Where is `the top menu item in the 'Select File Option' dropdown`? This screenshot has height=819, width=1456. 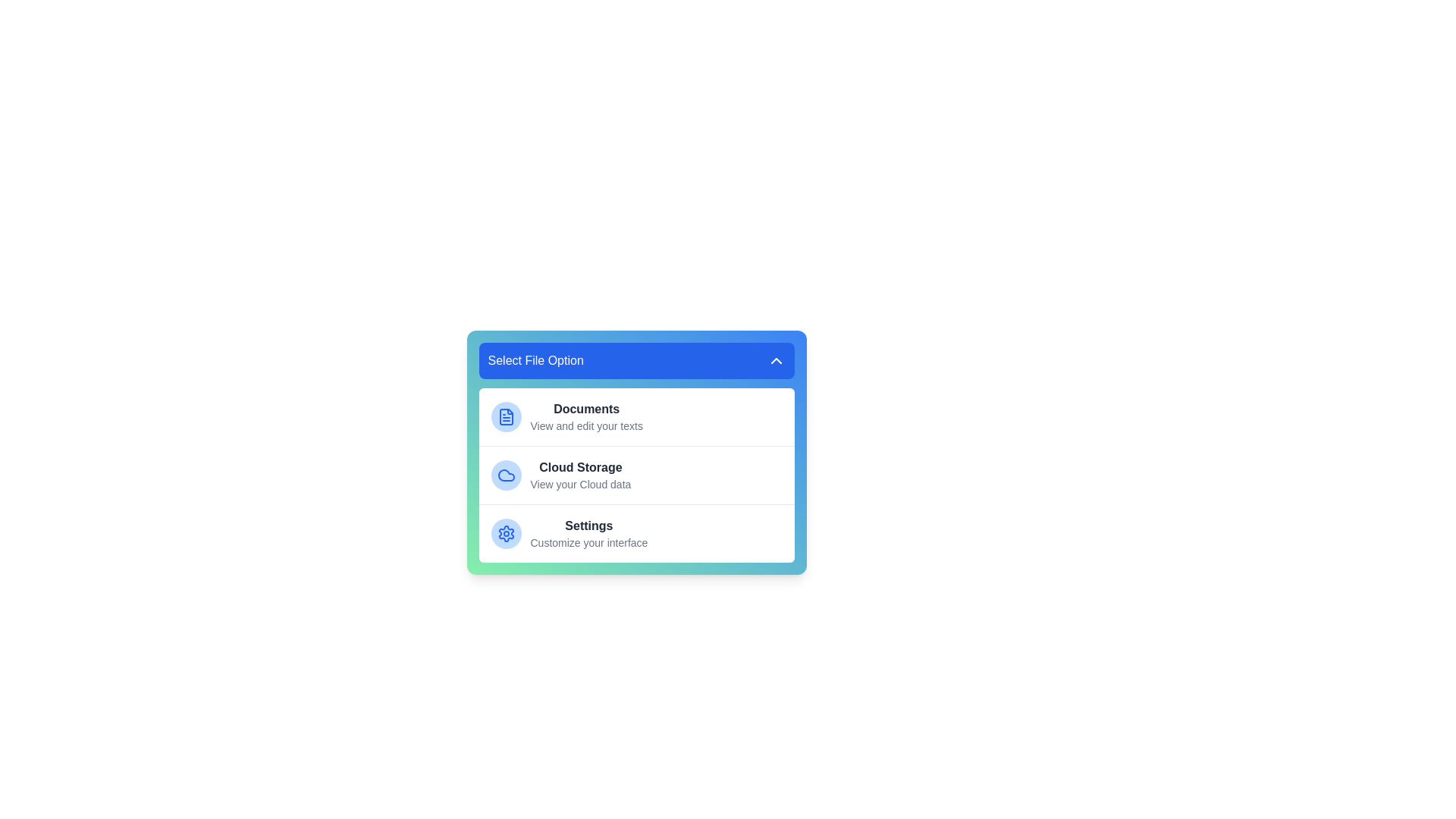 the top menu item in the 'Select File Option' dropdown is located at coordinates (636, 417).